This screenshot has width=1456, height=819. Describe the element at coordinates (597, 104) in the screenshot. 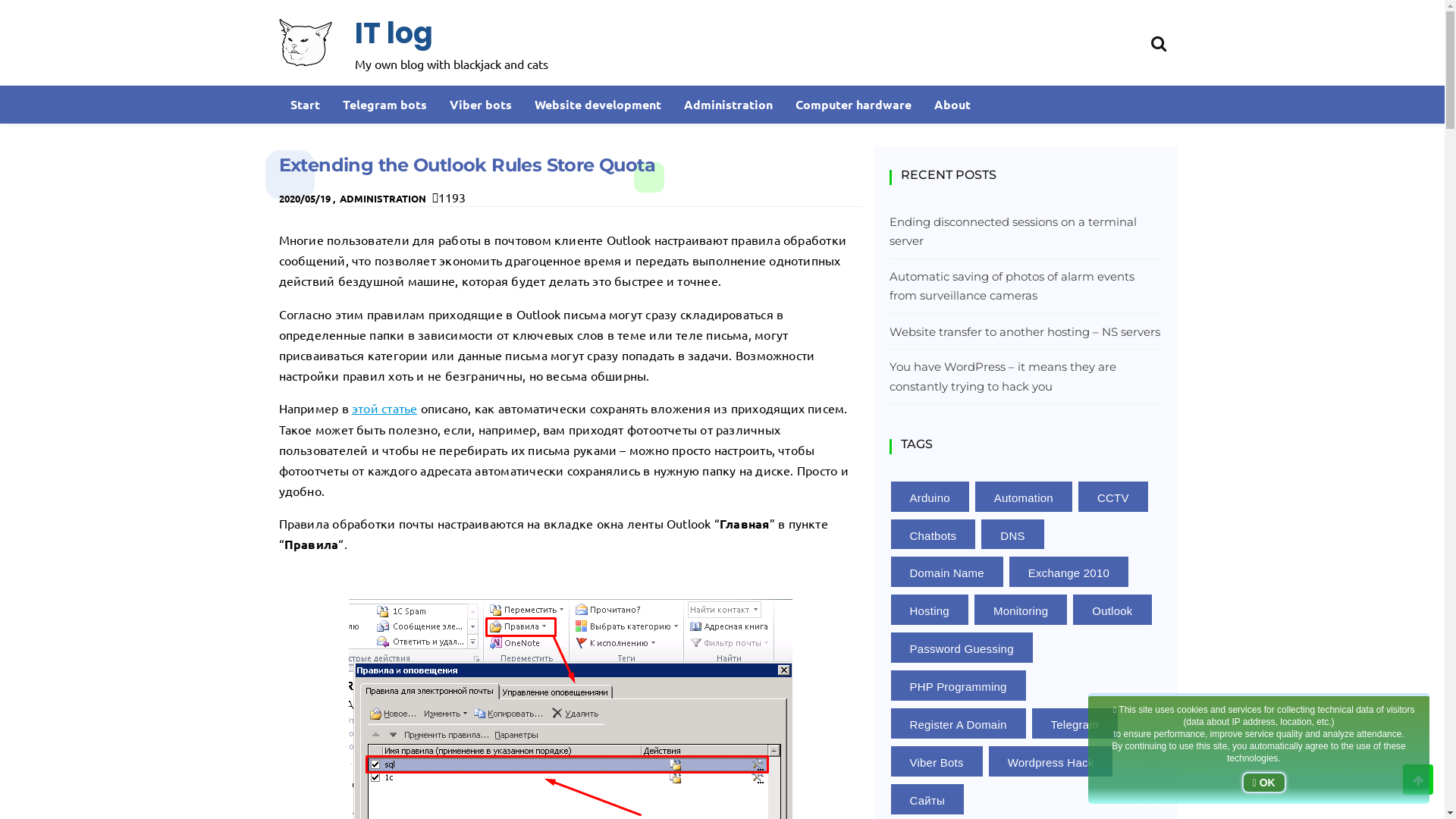

I see `'Website development'` at that location.